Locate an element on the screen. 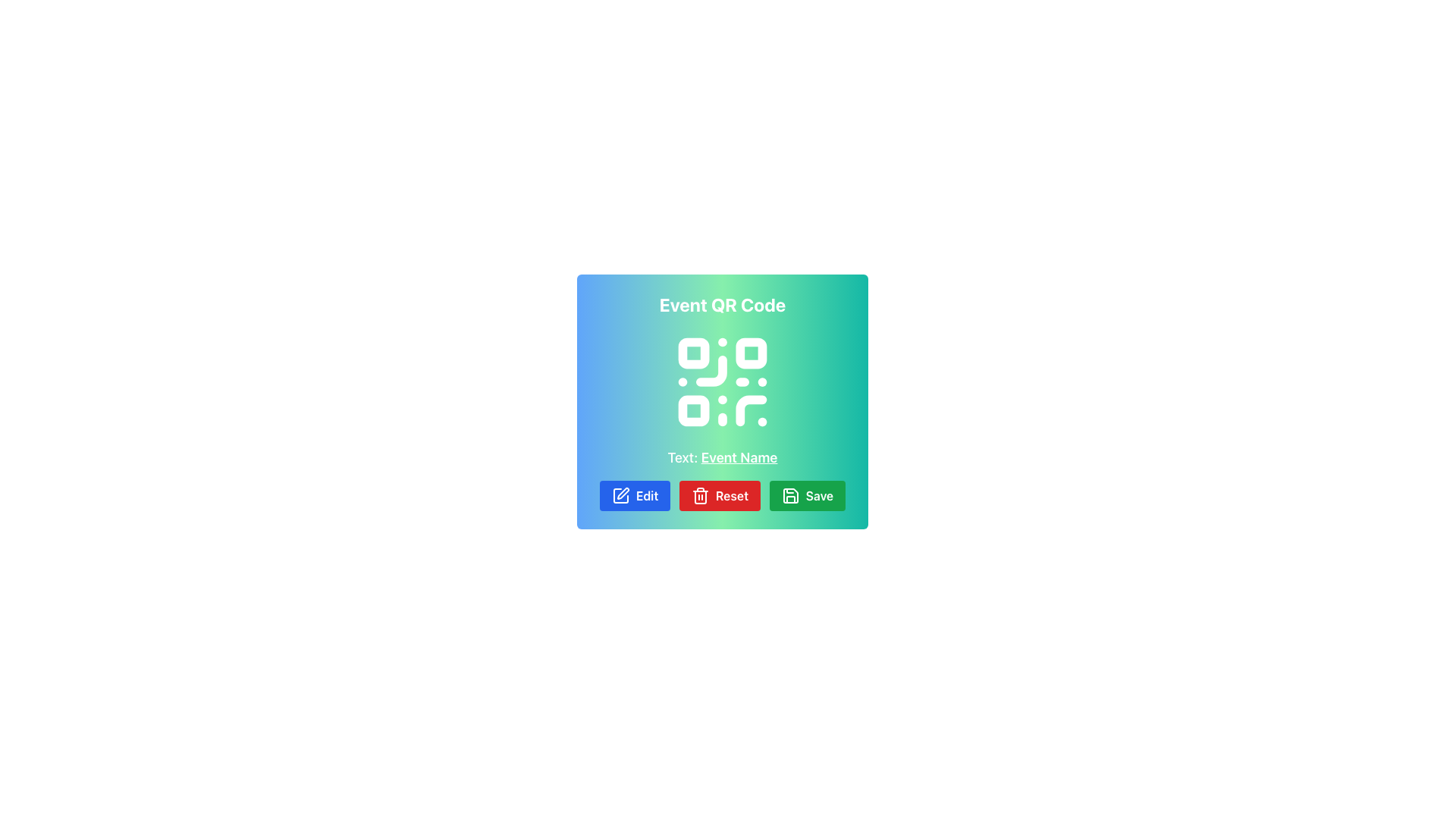 Image resolution: width=1456 pixels, height=819 pixels. the floppy disk icon within the green 'Save' button, which is the rightmost button in a row of three buttons below the central card is located at coordinates (789, 496).